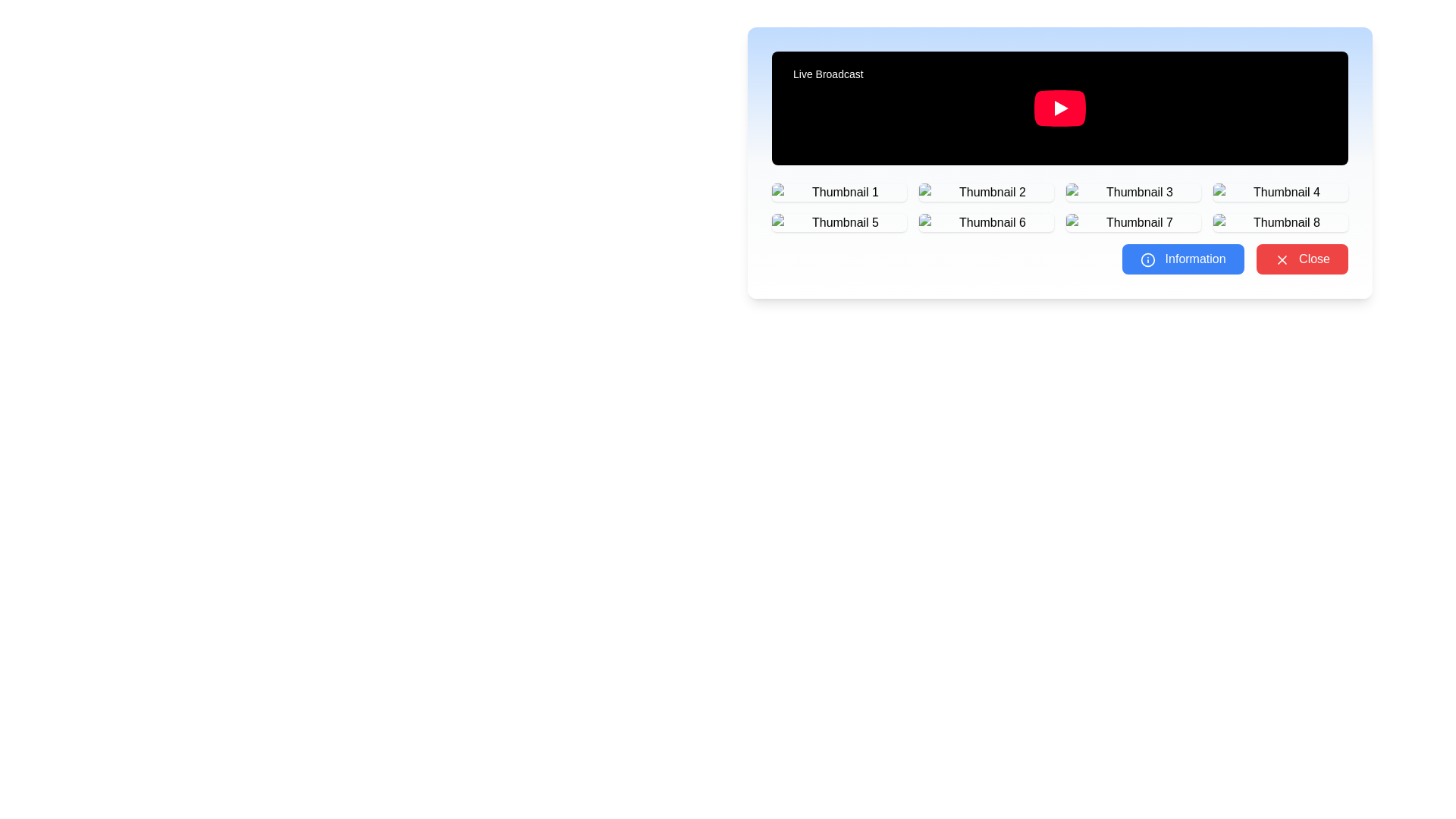 The image size is (1456, 819). Describe the element at coordinates (1280, 192) in the screenshot. I see `the Thumbnail button labeled 'Thumbnail 4'` at that location.